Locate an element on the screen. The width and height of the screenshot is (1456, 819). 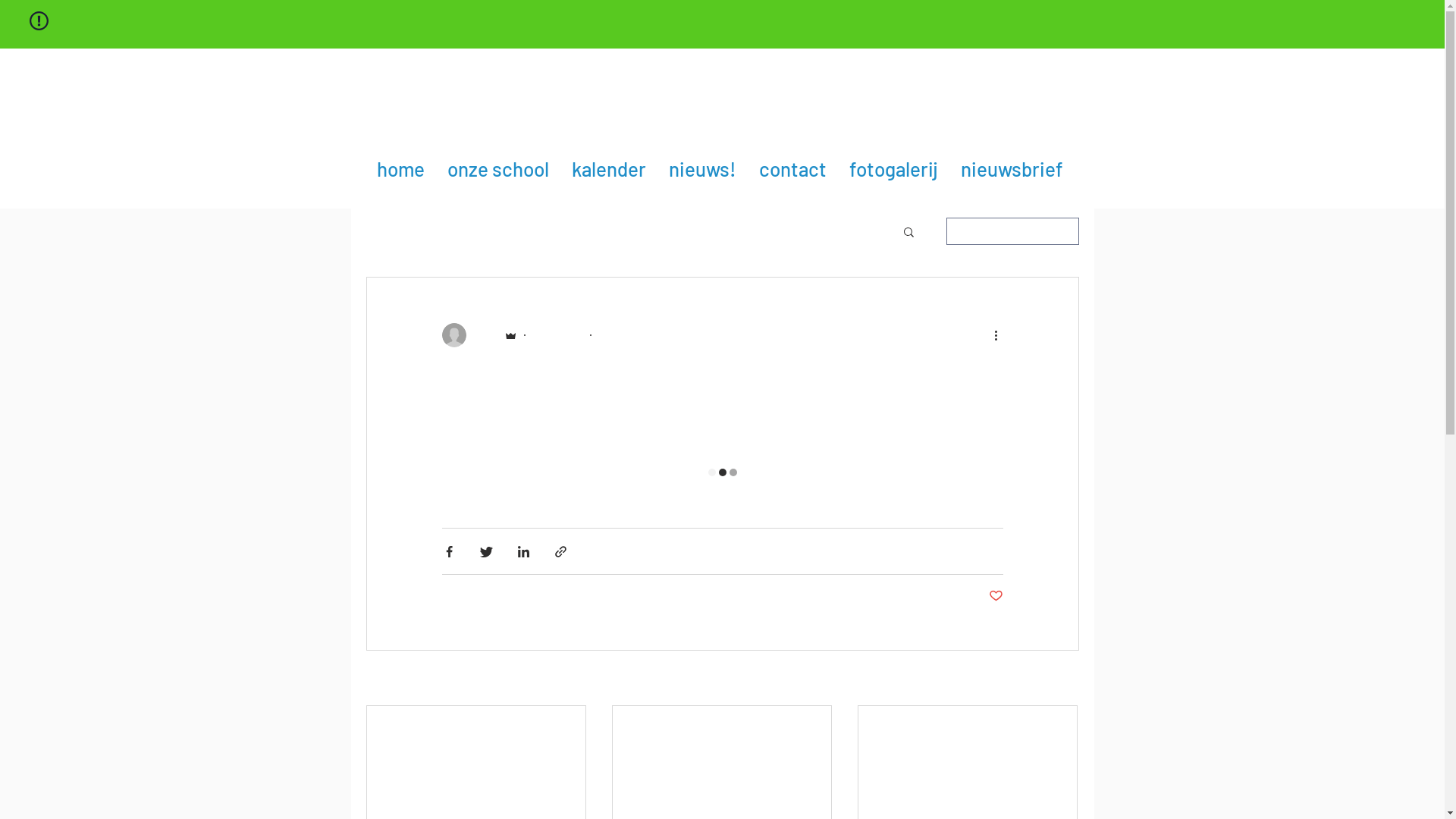
'kalender' is located at coordinates (566, 168).